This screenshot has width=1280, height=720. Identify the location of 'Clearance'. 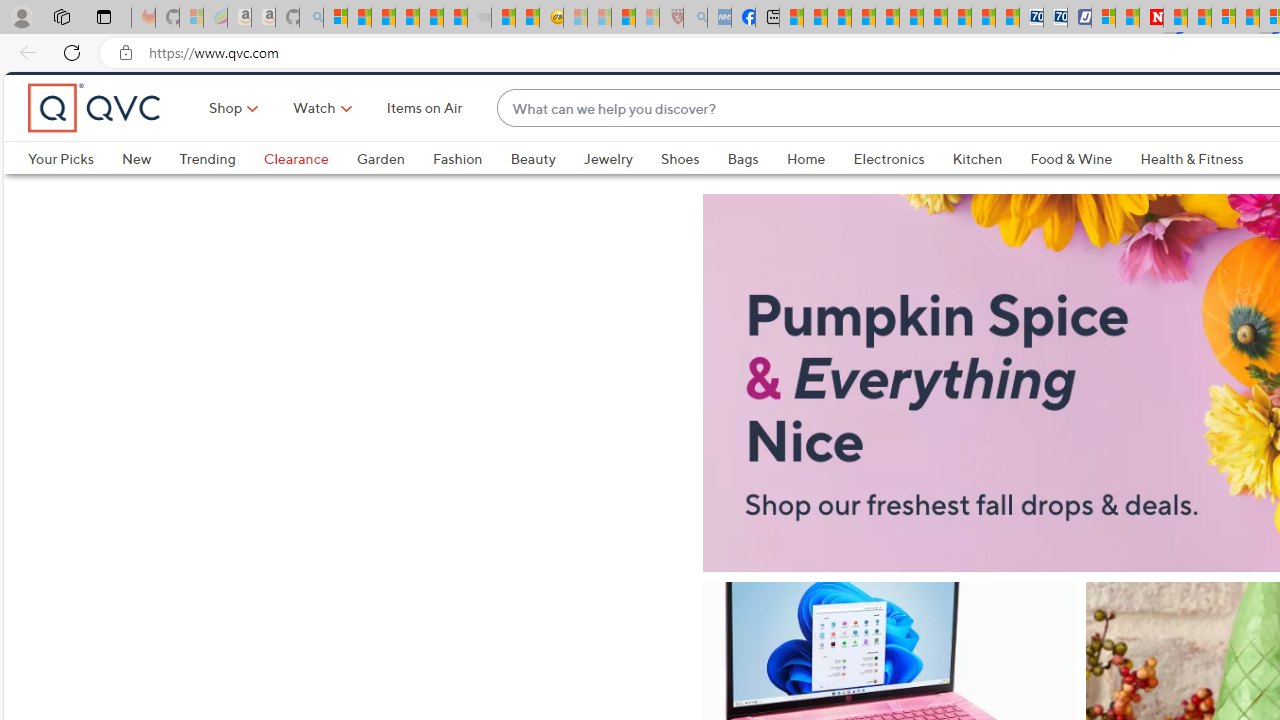
(294, 192).